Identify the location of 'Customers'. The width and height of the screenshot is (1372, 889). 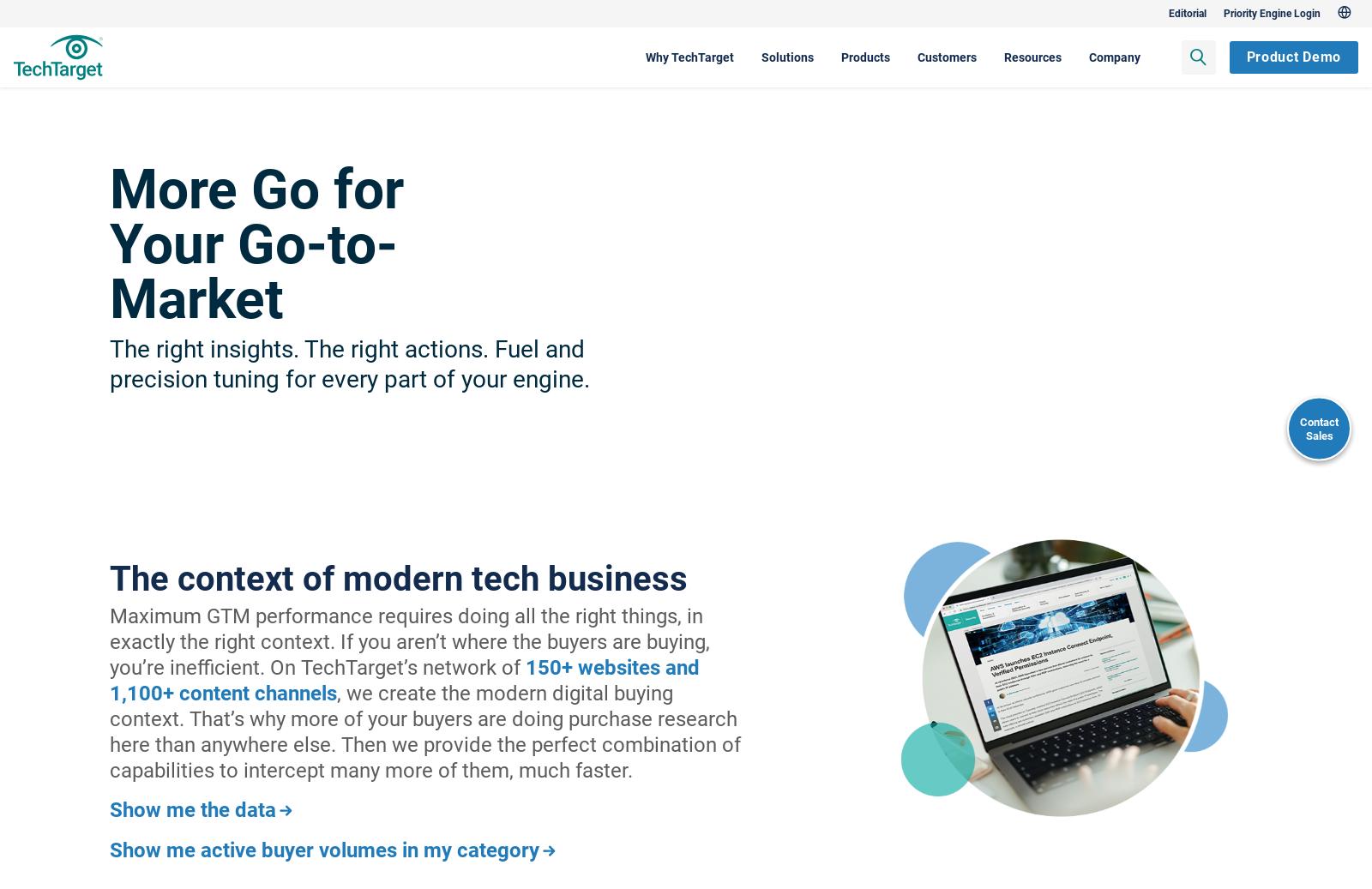
(849, 56).